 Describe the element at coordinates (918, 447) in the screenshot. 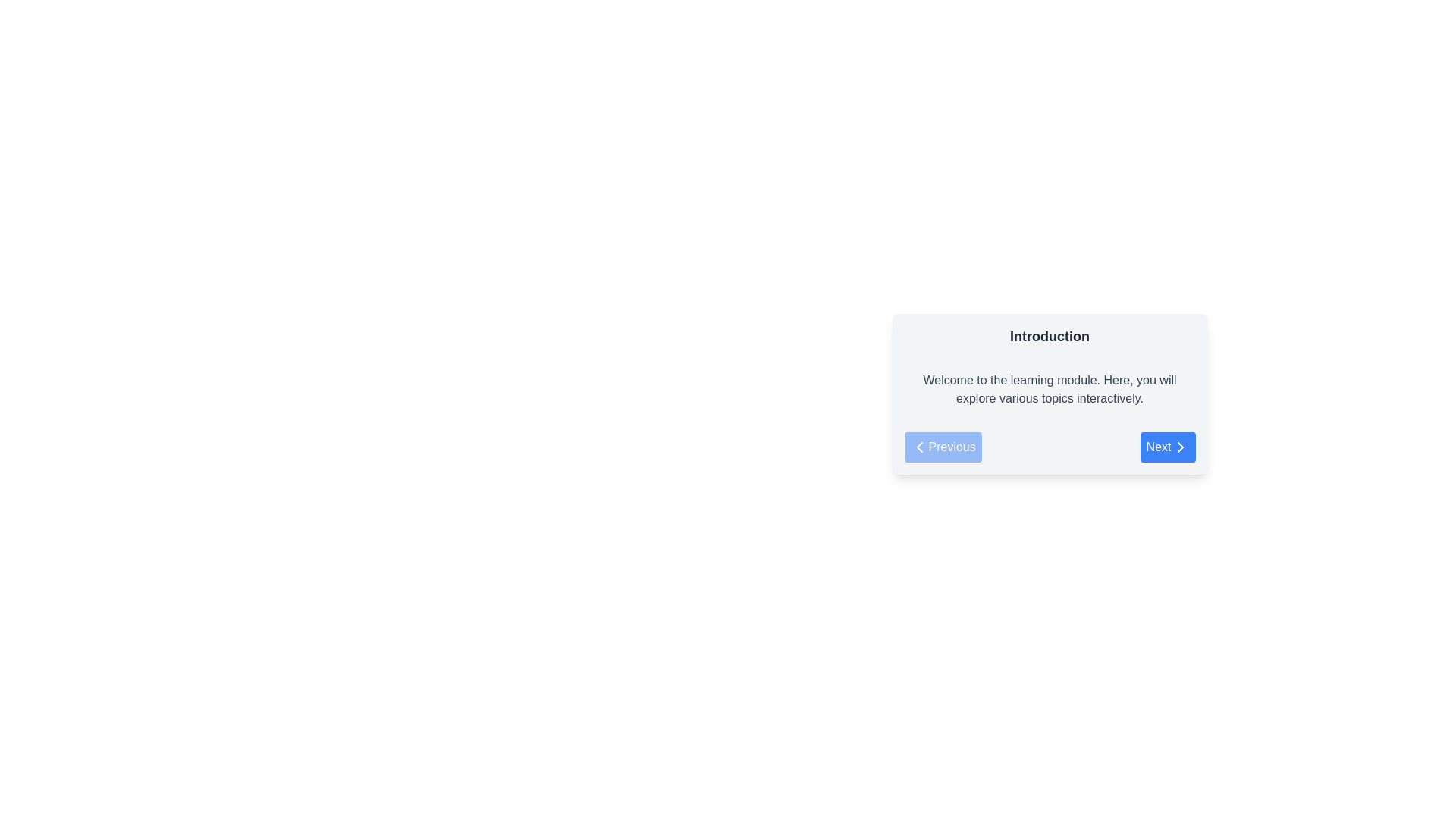

I see `the Icon (Chevron Left) which is located within the button labeled 'Previous', indicating its function to navigate to the previous step in the sequence` at that location.